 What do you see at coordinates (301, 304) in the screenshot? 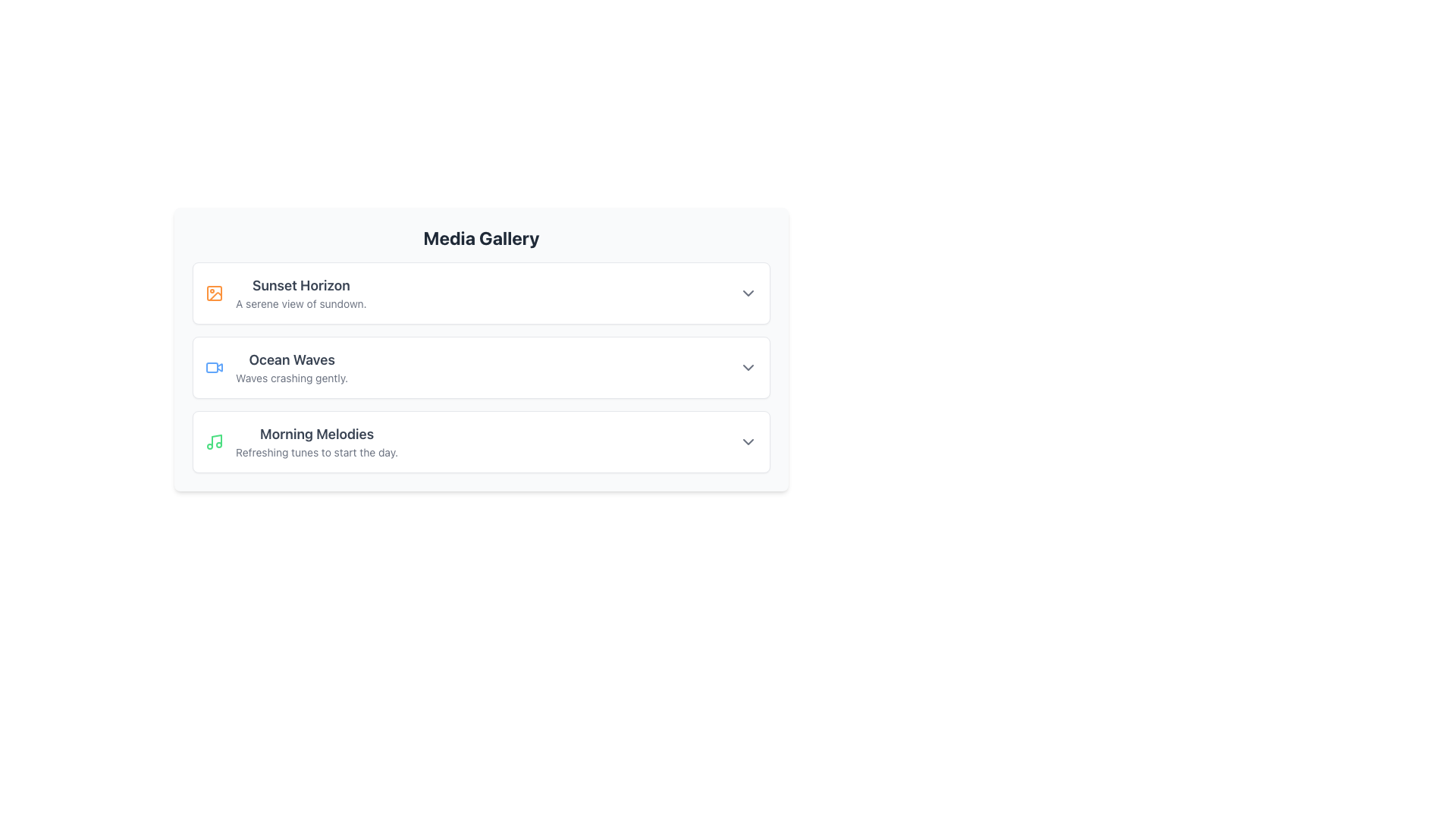
I see `the static text displaying 'A serene view of sundown.' located directly below 'Sunset Horizon' in the stacked list interface` at bounding box center [301, 304].